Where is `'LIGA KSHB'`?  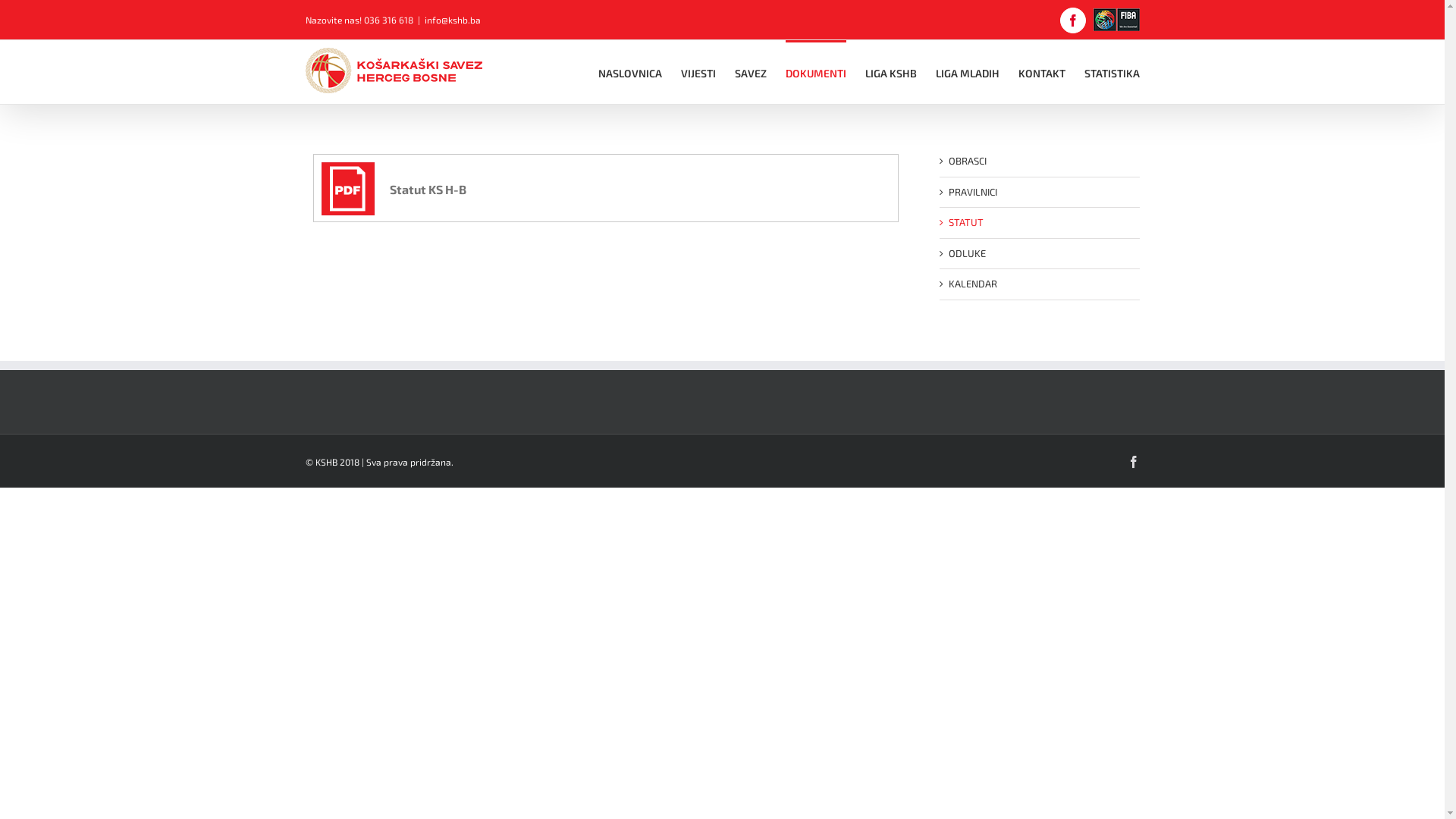
'LIGA KSHB' is located at coordinates (890, 72).